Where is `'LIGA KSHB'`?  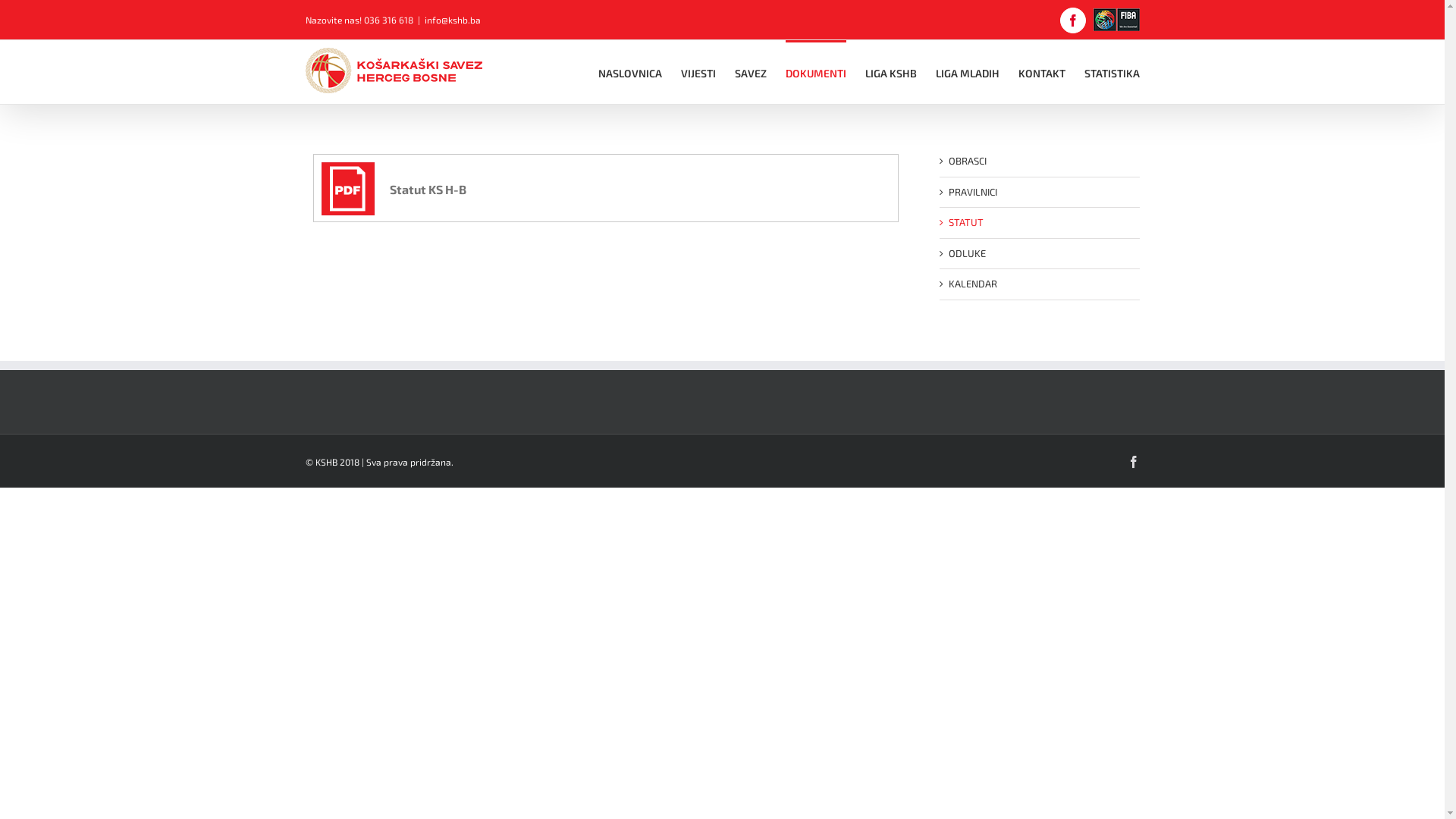
'LIGA KSHB' is located at coordinates (890, 72).